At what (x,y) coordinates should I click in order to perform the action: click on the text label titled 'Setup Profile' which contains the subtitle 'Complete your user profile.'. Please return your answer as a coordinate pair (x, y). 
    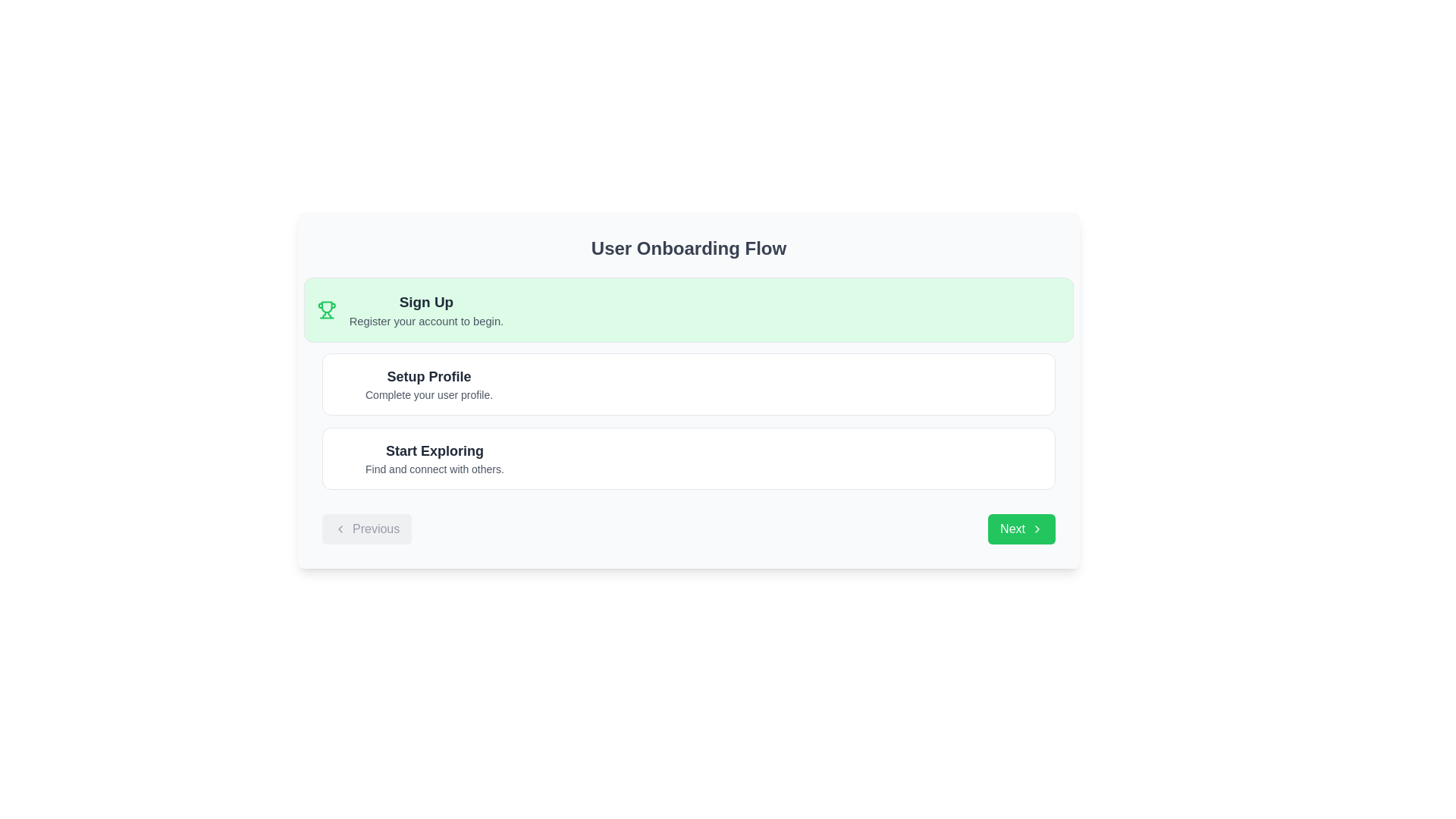
    Looking at the image, I should click on (428, 383).